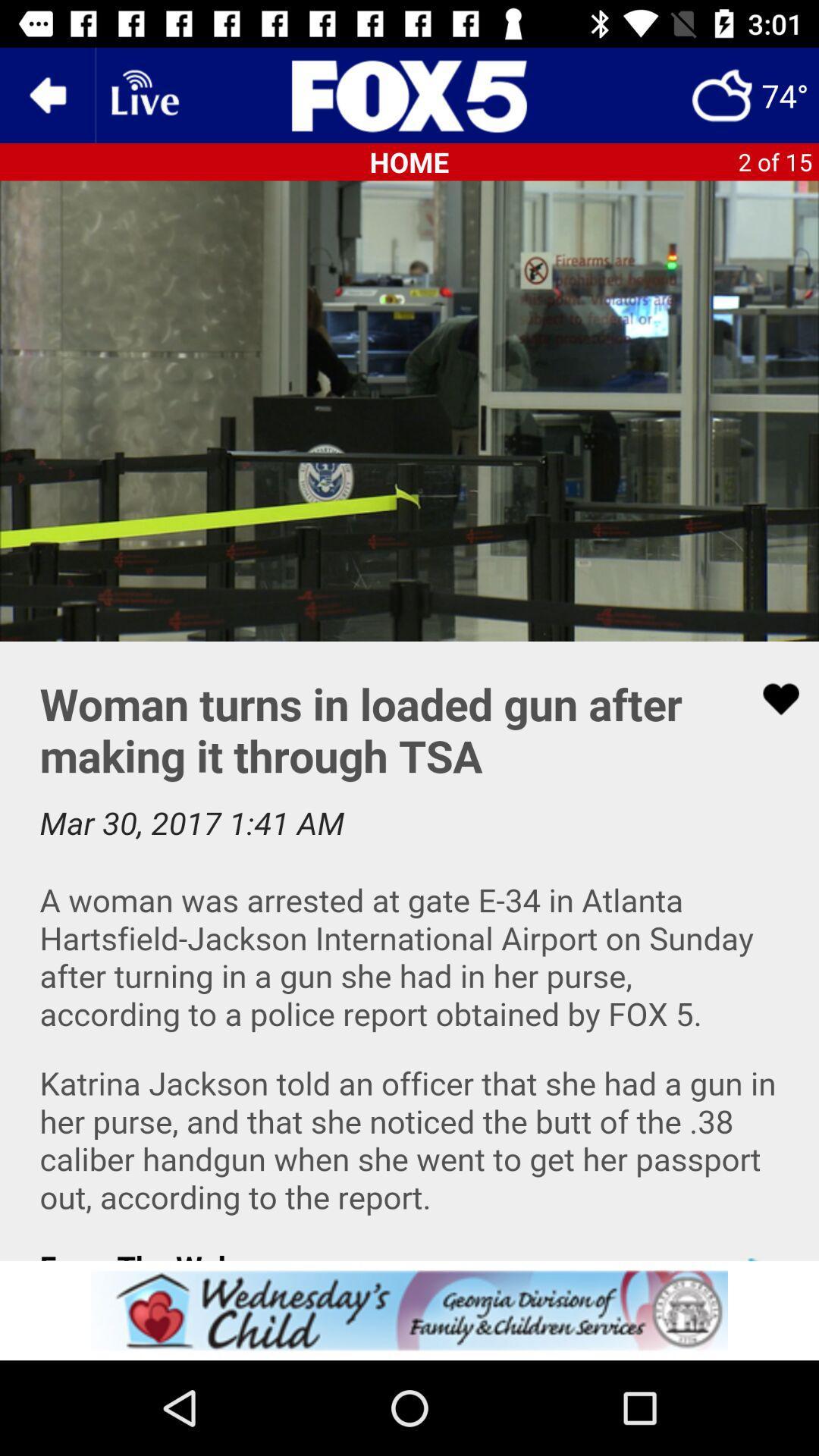 This screenshot has height=1456, width=819. What do you see at coordinates (409, 950) in the screenshot?
I see `press heart icon` at bounding box center [409, 950].